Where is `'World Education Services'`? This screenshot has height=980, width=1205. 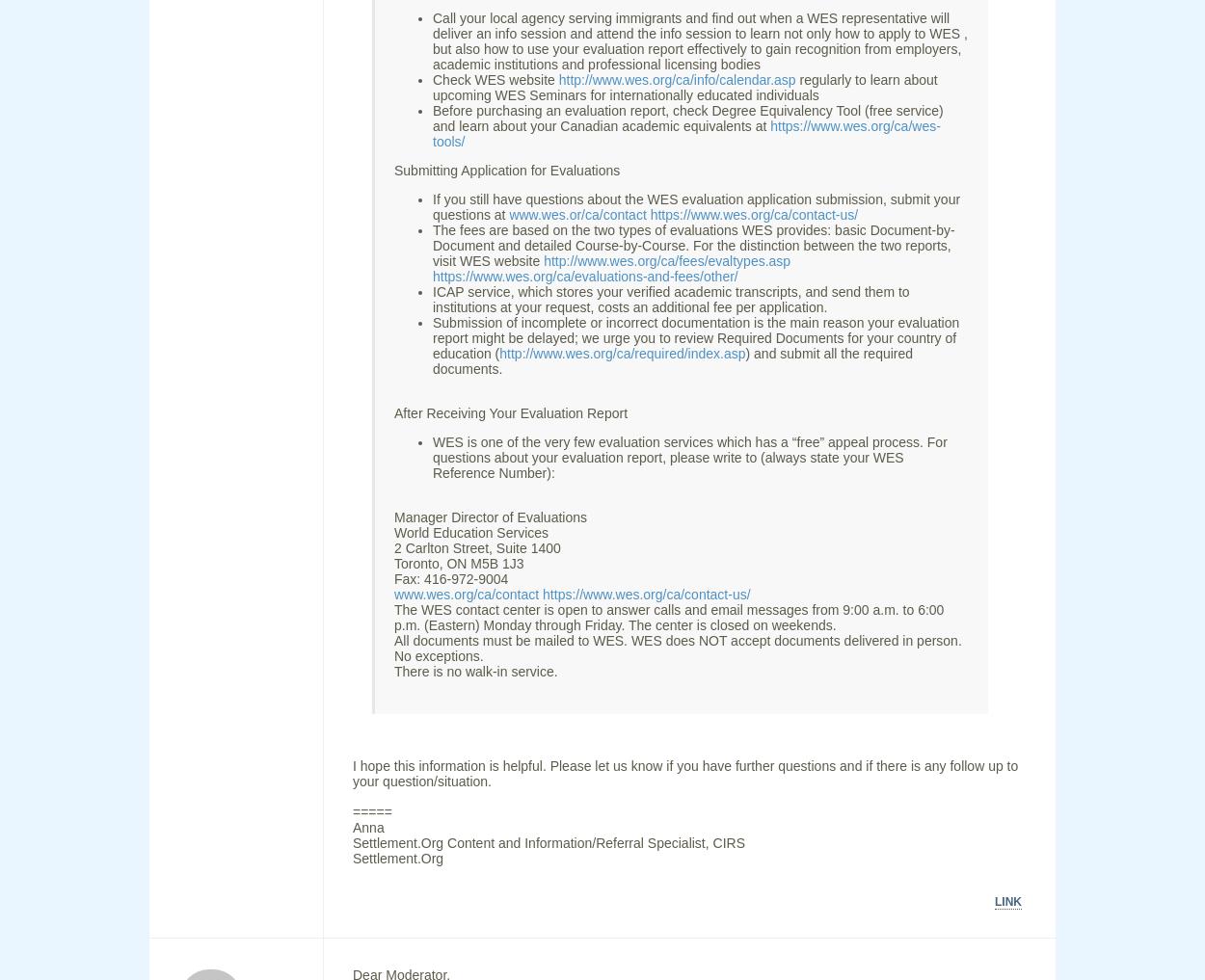
'World Education Services' is located at coordinates (394, 533).